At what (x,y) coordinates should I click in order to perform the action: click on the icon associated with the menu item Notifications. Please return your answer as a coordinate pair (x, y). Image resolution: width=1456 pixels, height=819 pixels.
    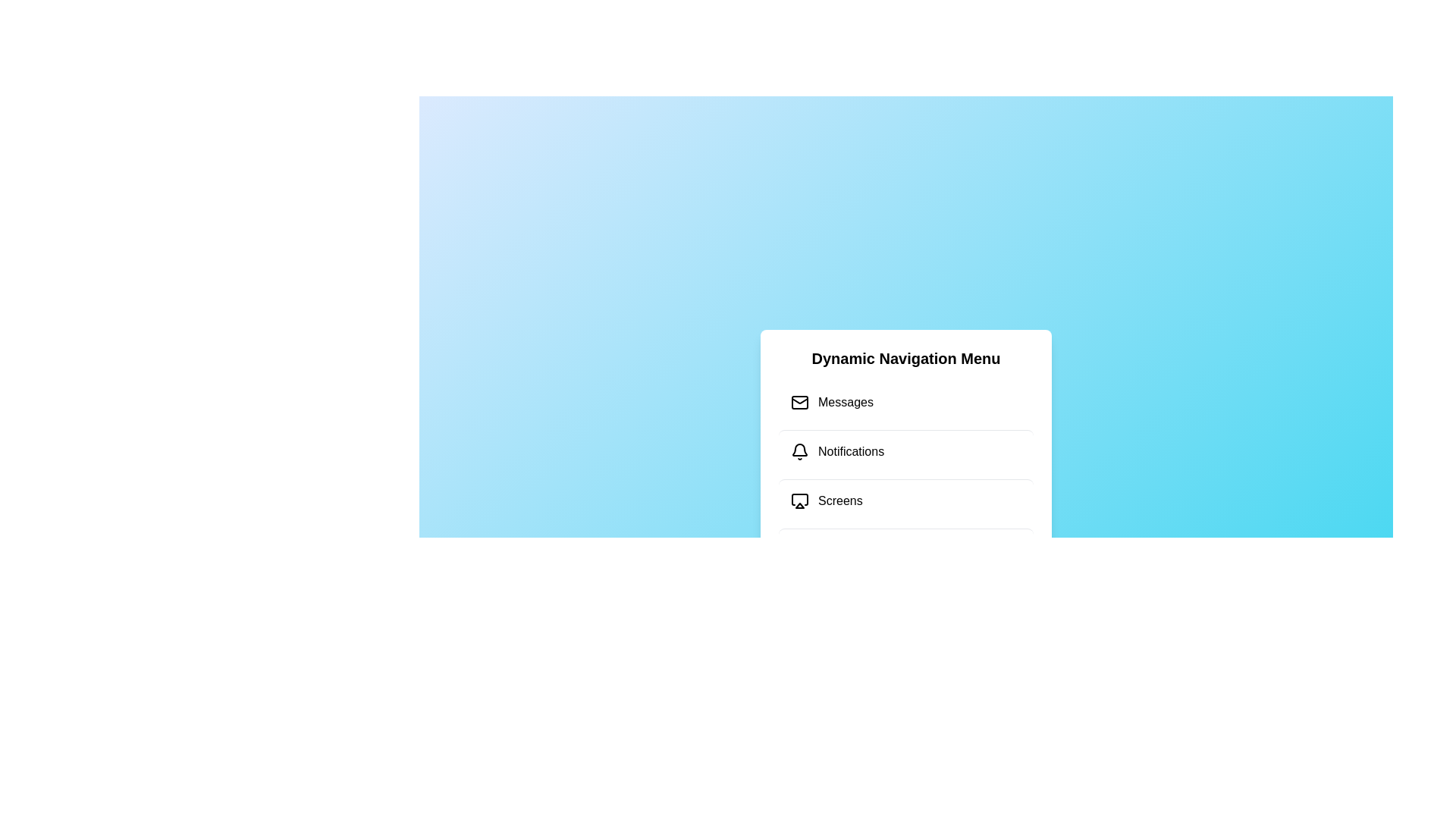
    Looking at the image, I should click on (799, 451).